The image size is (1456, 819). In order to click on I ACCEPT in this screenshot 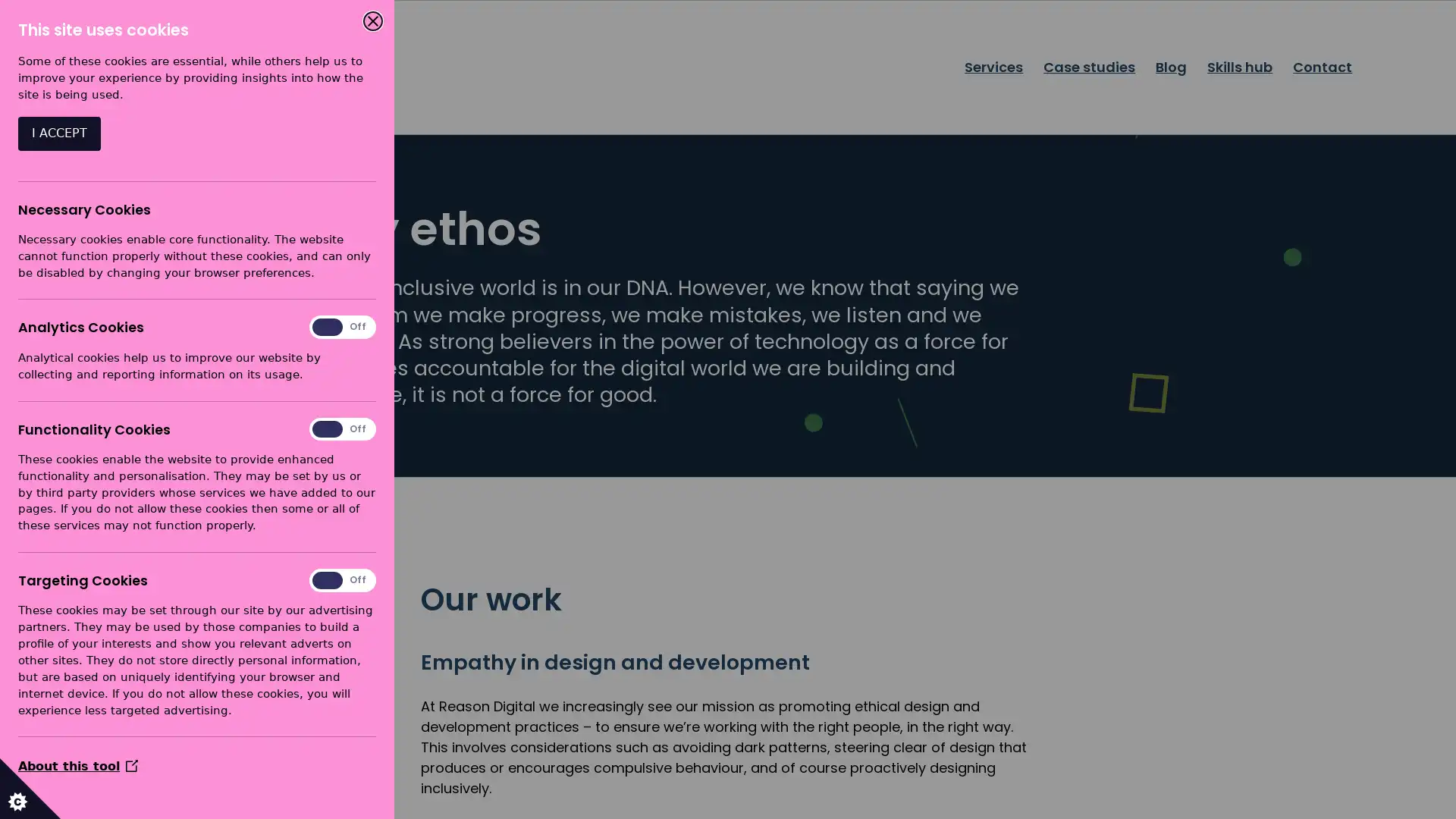, I will do `click(59, 133)`.